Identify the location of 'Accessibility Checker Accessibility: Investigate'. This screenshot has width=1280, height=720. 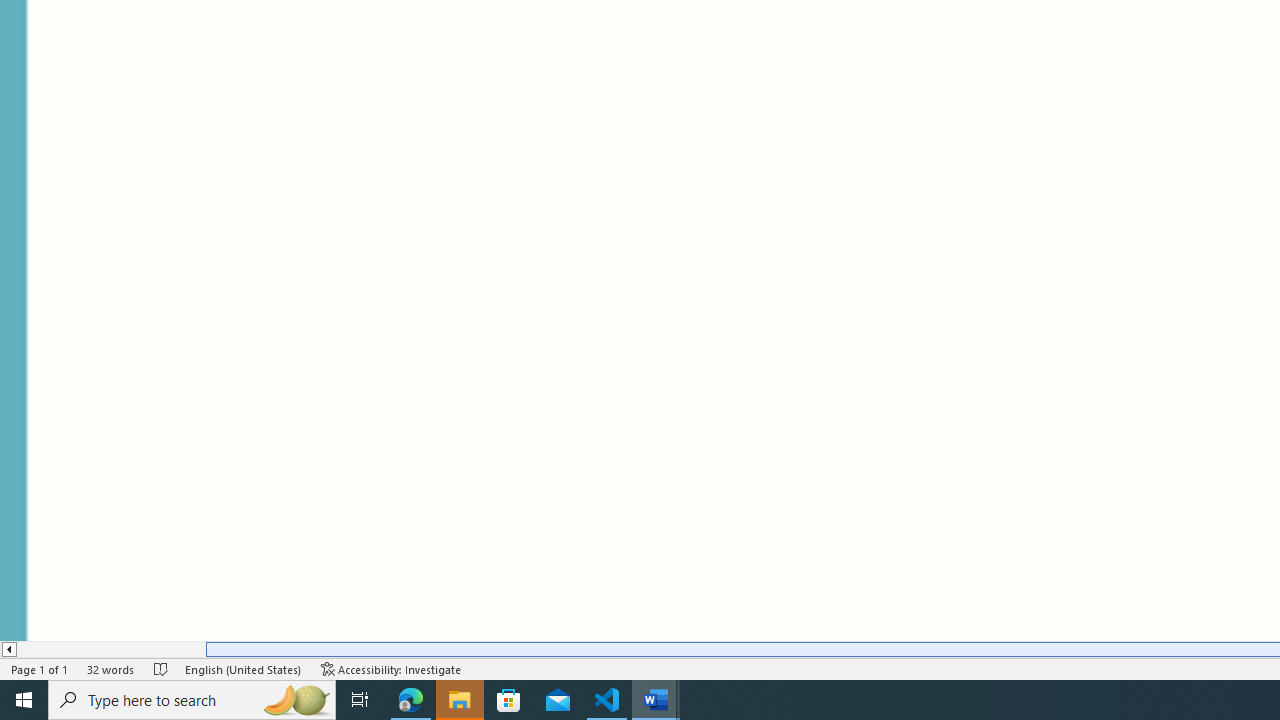
(391, 669).